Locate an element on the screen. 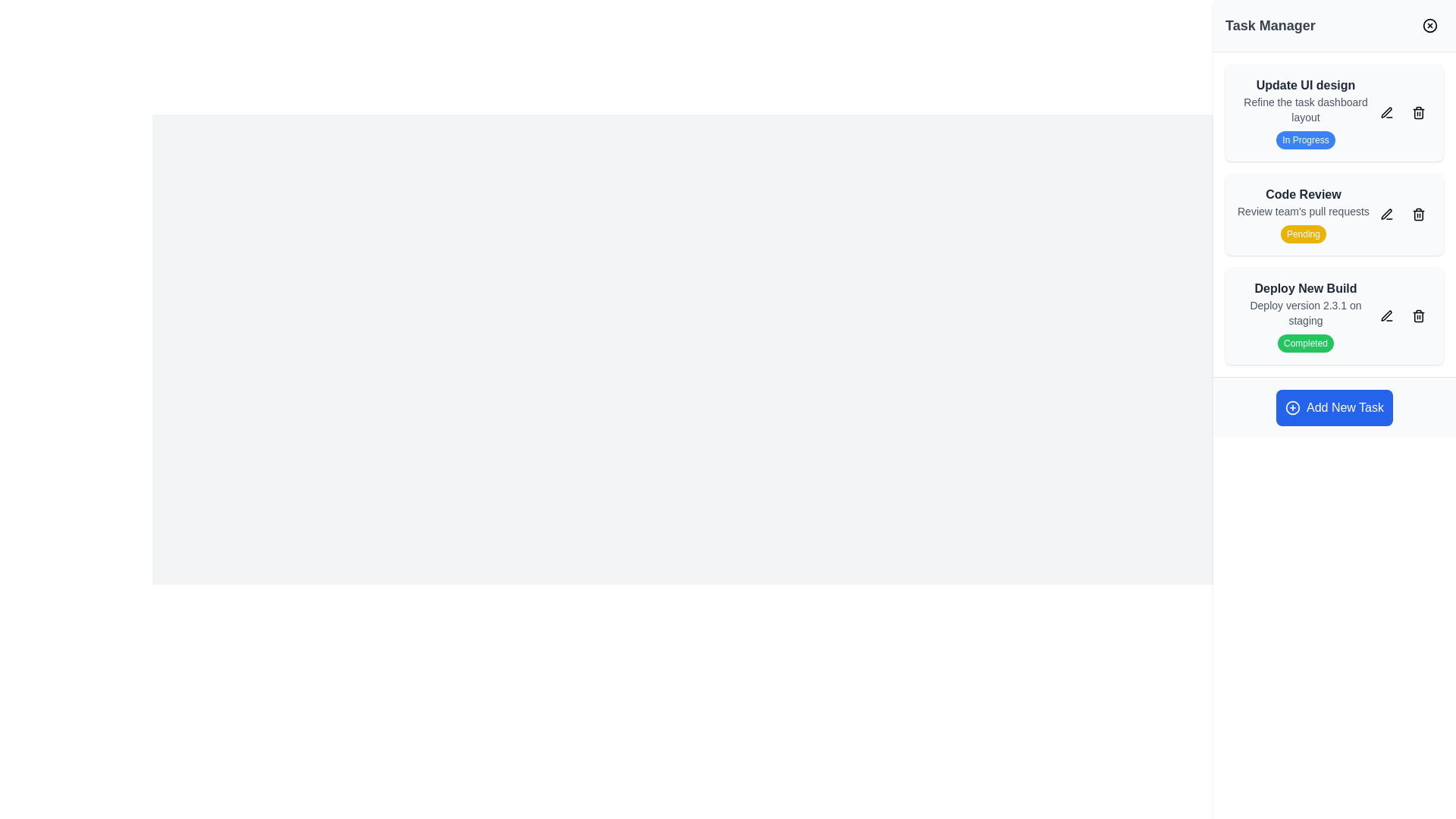  the text element that describes the deployment action for version 2.3.1, located in the 'Deploy New Build' group within the Task Manager sidebar is located at coordinates (1305, 312).